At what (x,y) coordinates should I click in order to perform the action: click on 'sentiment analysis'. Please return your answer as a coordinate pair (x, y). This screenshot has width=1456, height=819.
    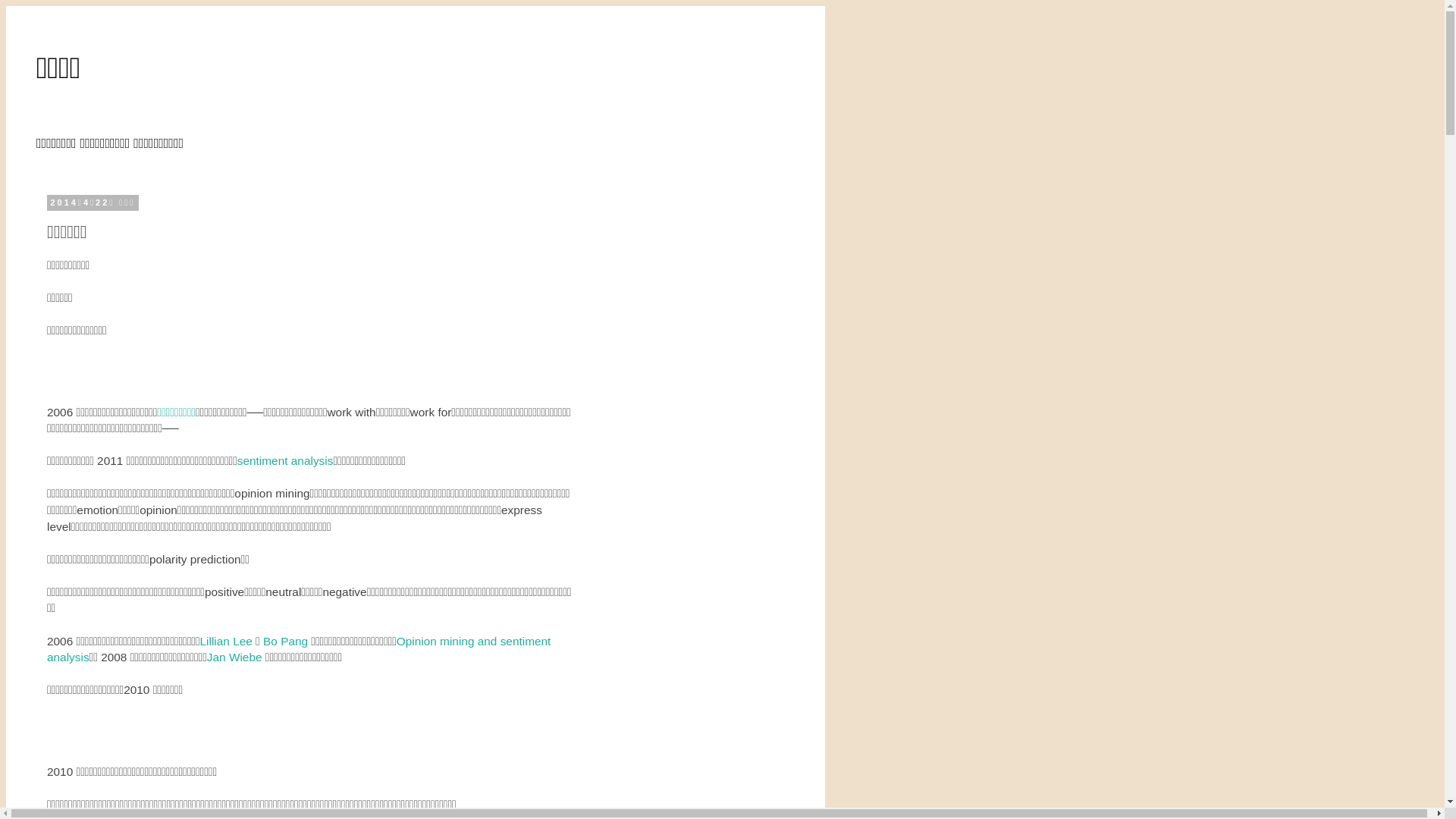
    Looking at the image, I should click on (285, 460).